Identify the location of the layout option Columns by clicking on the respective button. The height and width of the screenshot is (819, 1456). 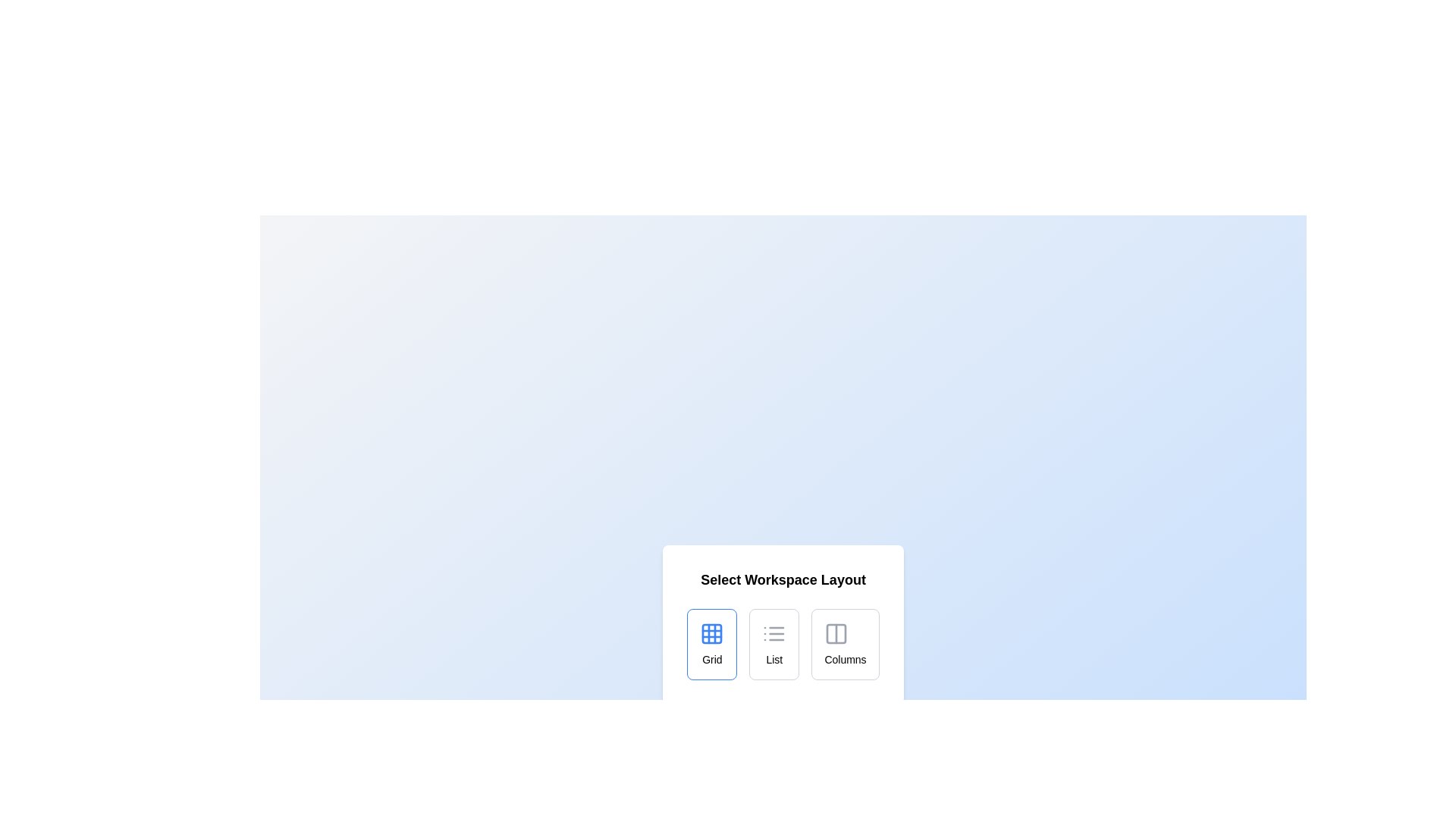
(844, 644).